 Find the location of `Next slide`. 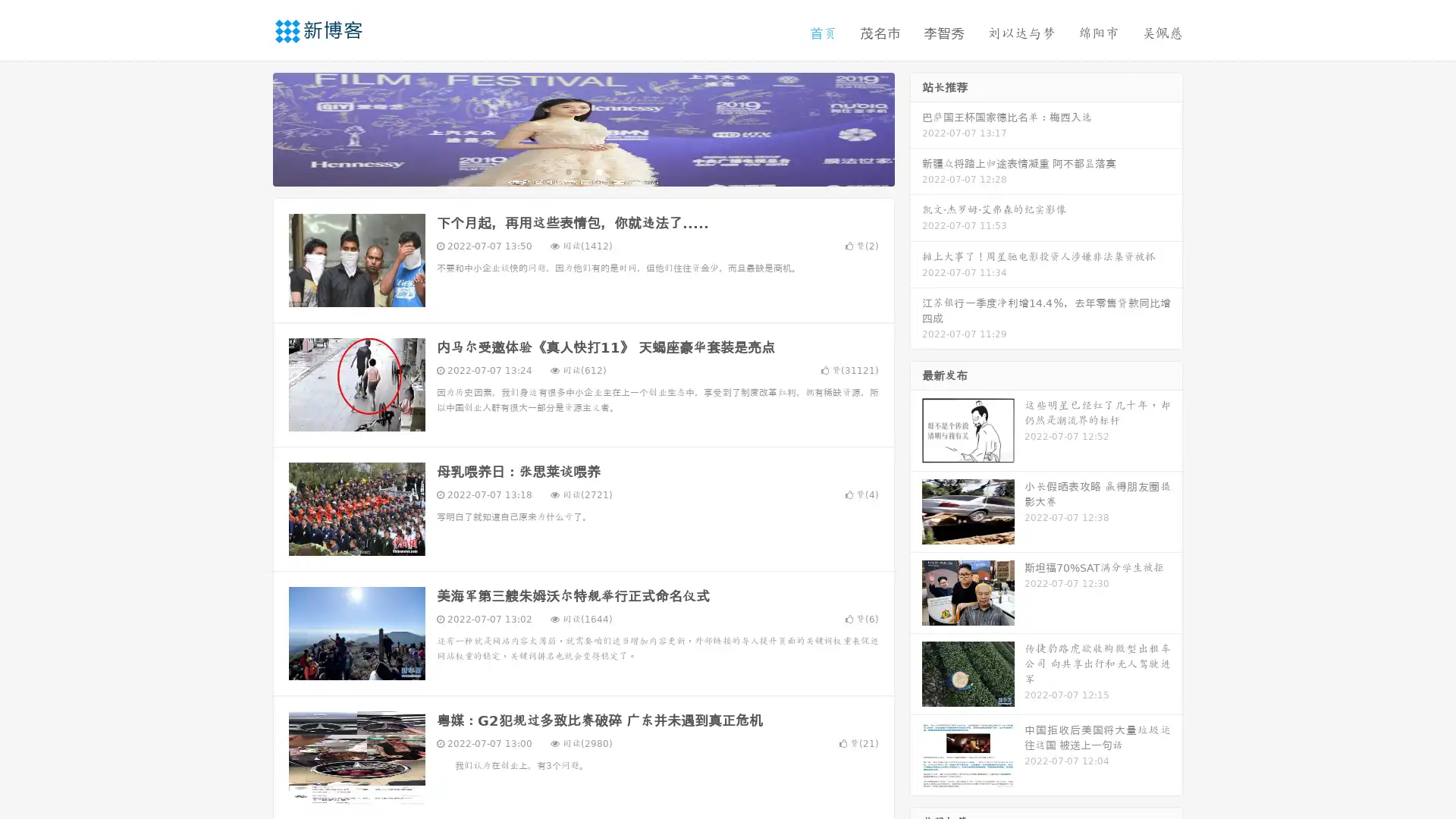

Next slide is located at coordinates (916, 127).